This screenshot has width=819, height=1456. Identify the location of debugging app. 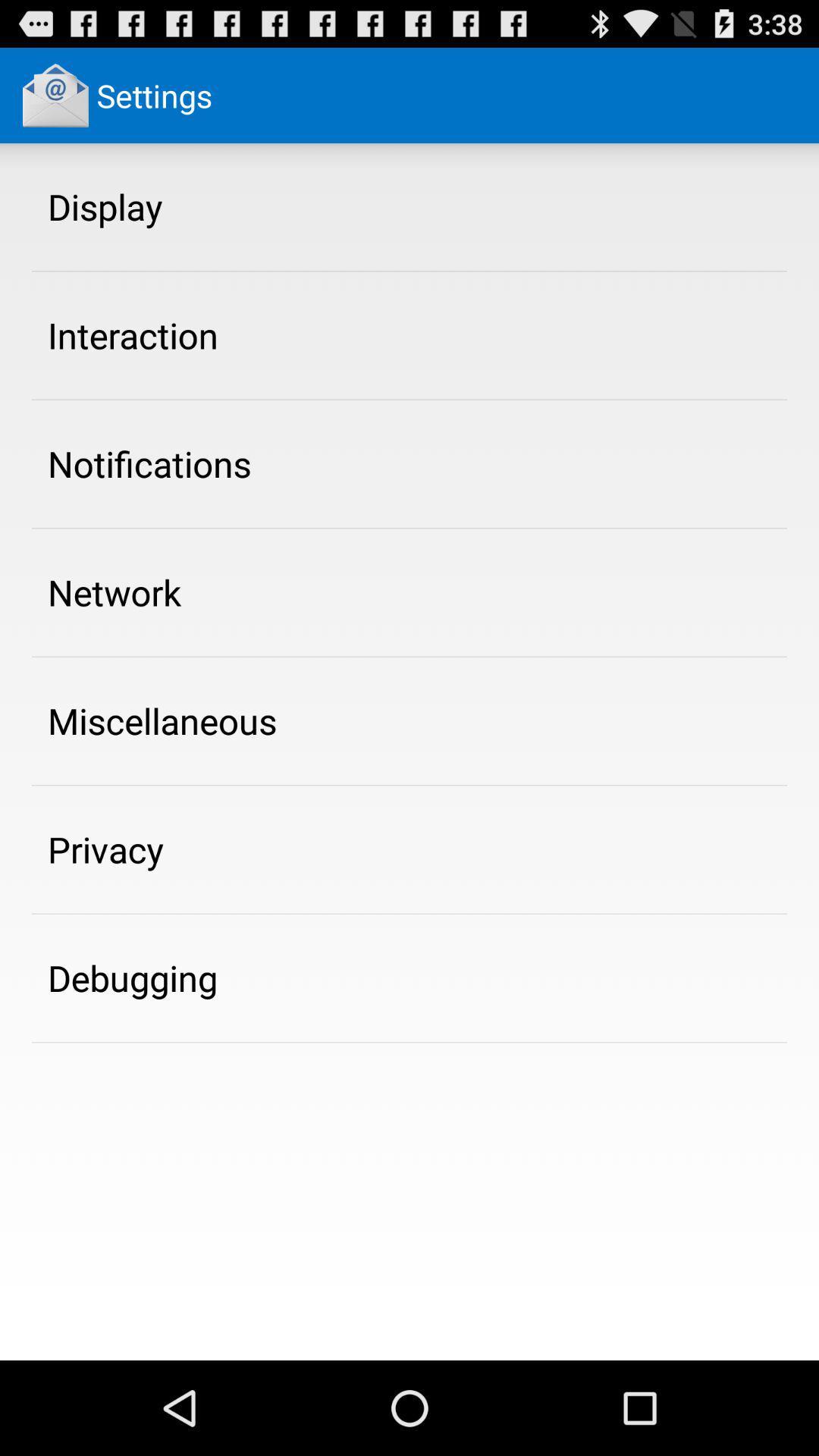
(132, 977).